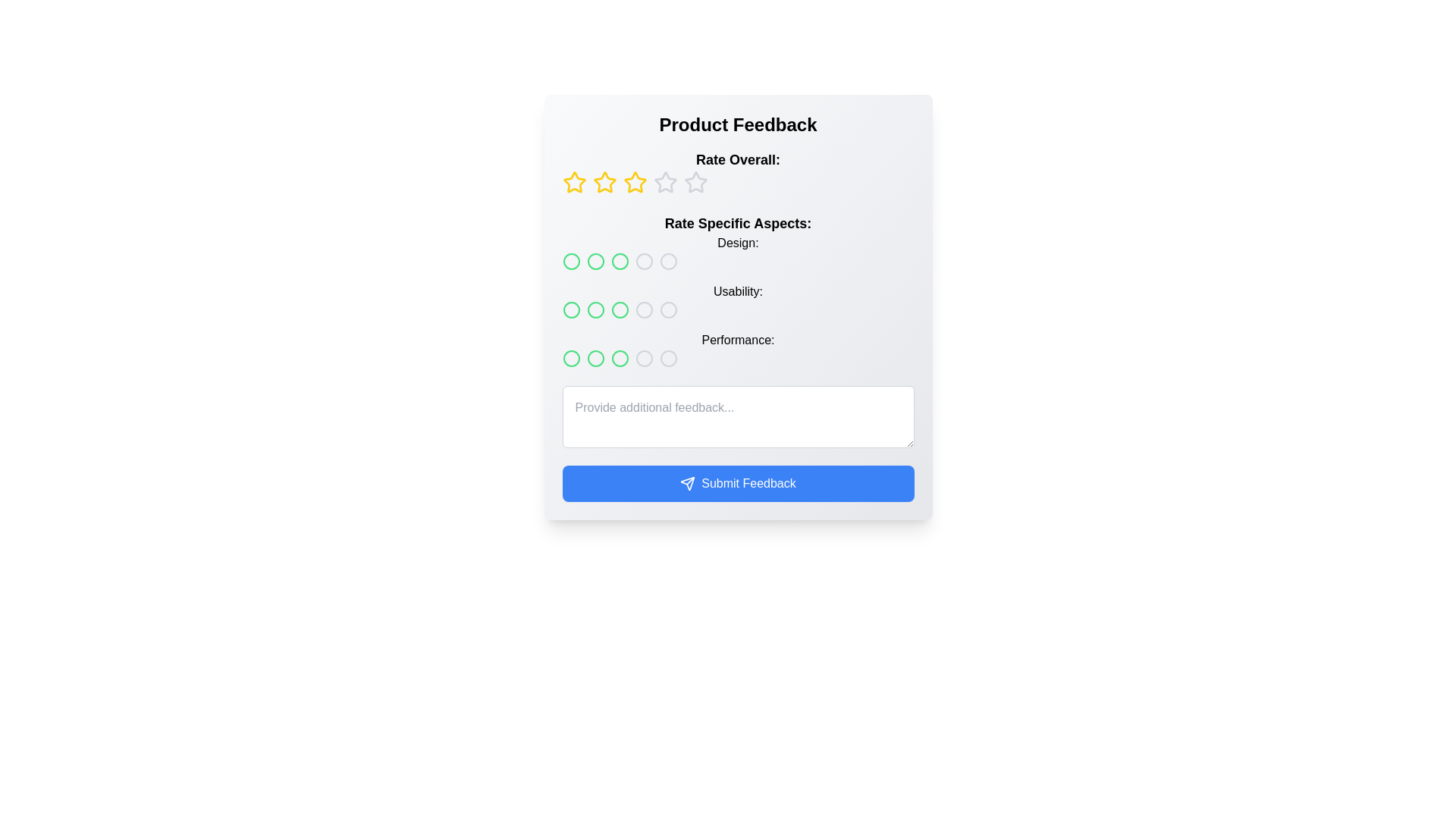  What do you see at coordinates (738, 223) in the screenshot?
I see `the Text label that serves as a heading for the section containing ratings like 'Design:', 'Usability:', and 'Performance:', positioned directly below the 'Rate Overall:' section` at bounding box center [738, 223].